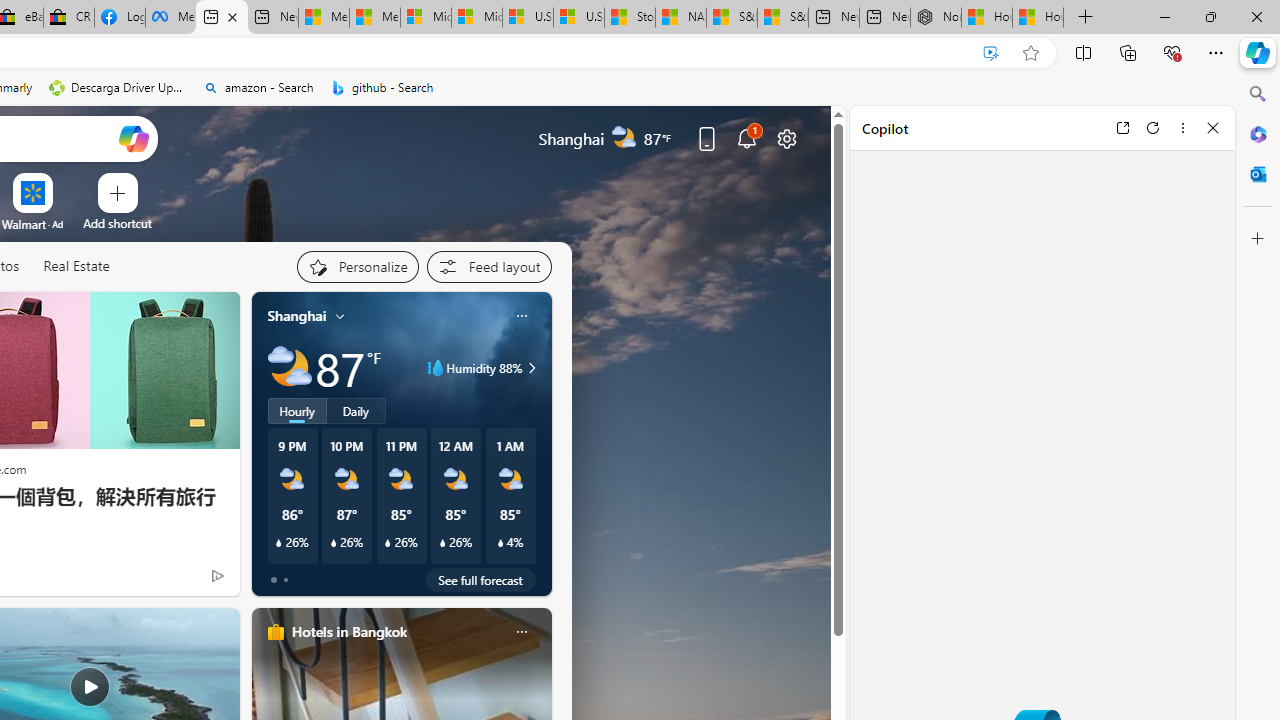 The image size is (1280, 720). What do you see at coordinates (116, 223) in the screenshot?
I see `'Add a site'` at bounding box center [116, 223].